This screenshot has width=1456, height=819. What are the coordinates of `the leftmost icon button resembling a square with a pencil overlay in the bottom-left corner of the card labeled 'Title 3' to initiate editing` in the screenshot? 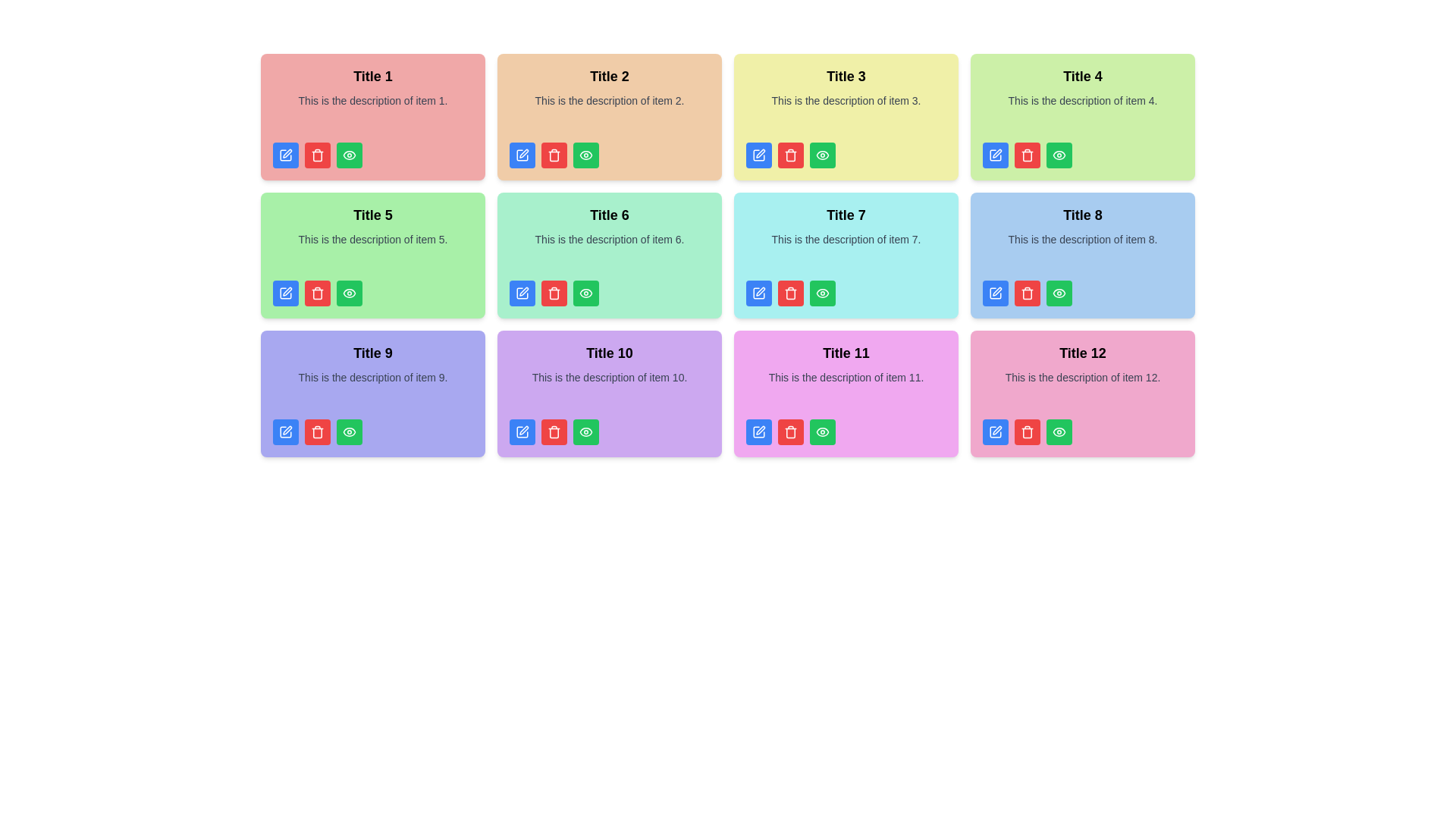 It's located at (759, 155).